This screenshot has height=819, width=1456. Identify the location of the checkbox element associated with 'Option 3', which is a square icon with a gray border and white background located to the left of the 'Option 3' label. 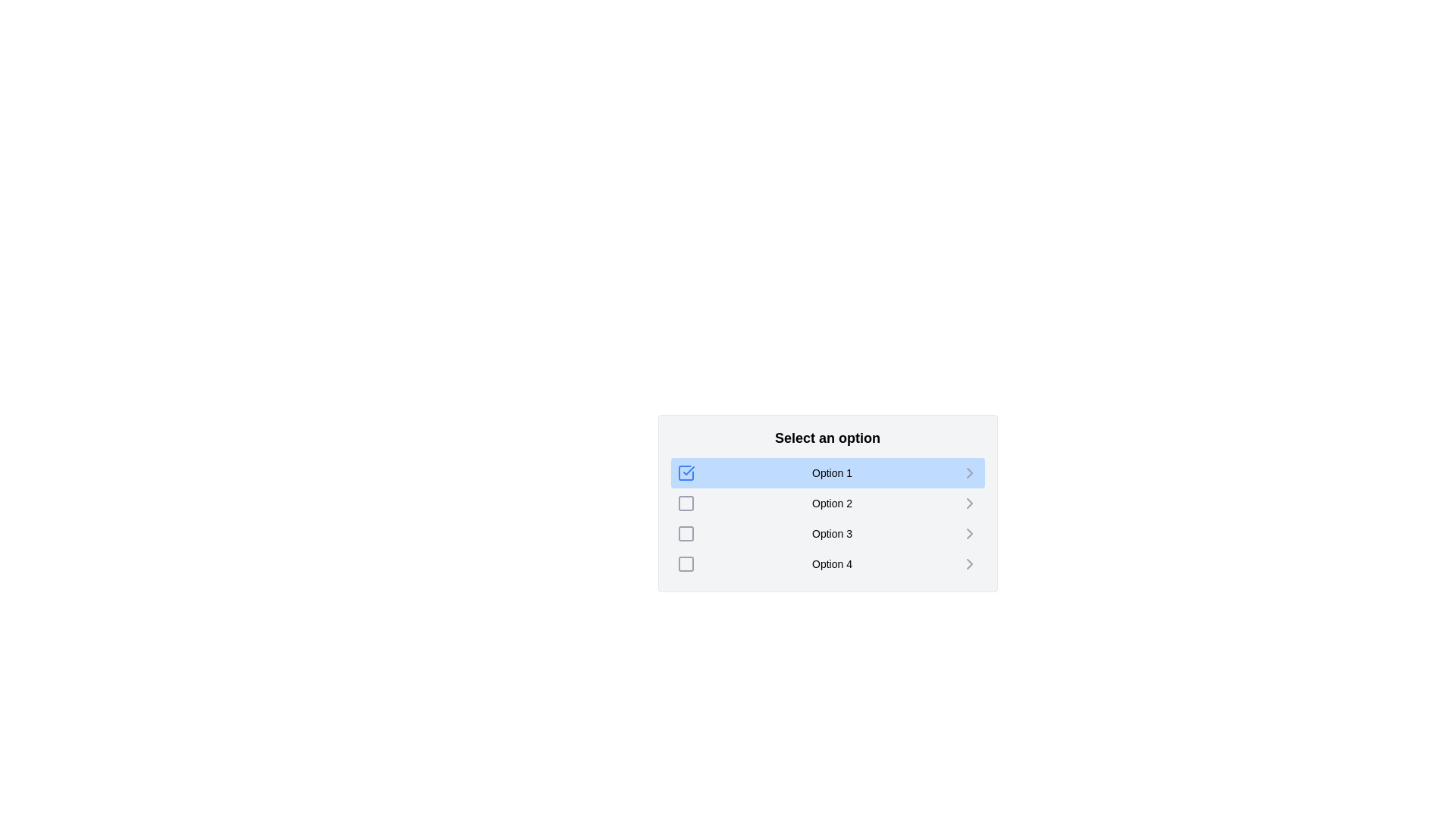
(685, 533).